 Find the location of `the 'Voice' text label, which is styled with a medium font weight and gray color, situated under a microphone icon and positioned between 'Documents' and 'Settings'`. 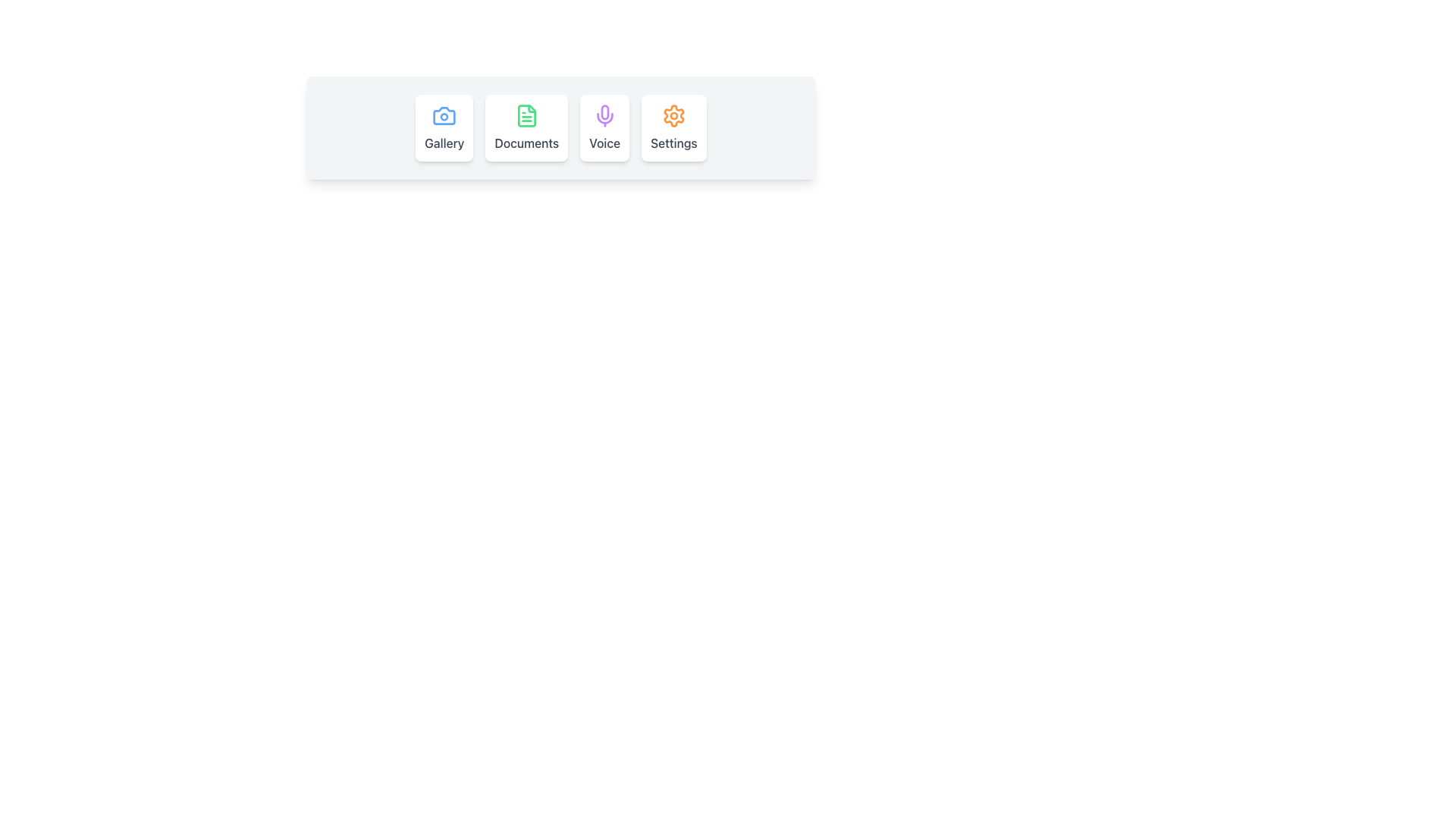

the 'Voice' text label, which is styled with a medium font weight and gray color, situated under a microphone icon and positioned between 'Documents' and 'Settings' is located at coordinates (604, 143).